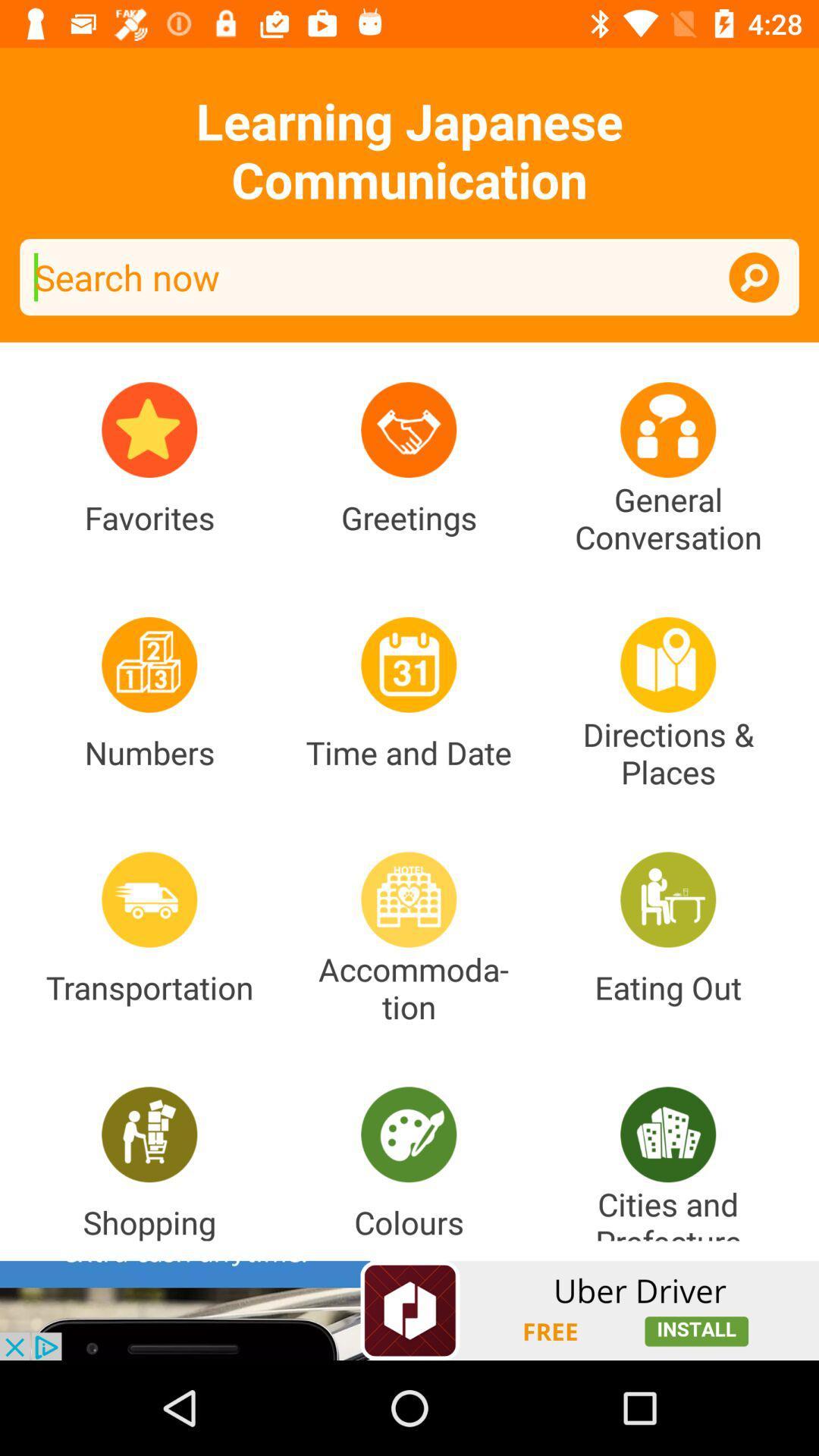 This screenshot has width=819, height=1456. Describe the element at coordinates (754, 277) in the screenshot. I see `to activate the search option` at that location.